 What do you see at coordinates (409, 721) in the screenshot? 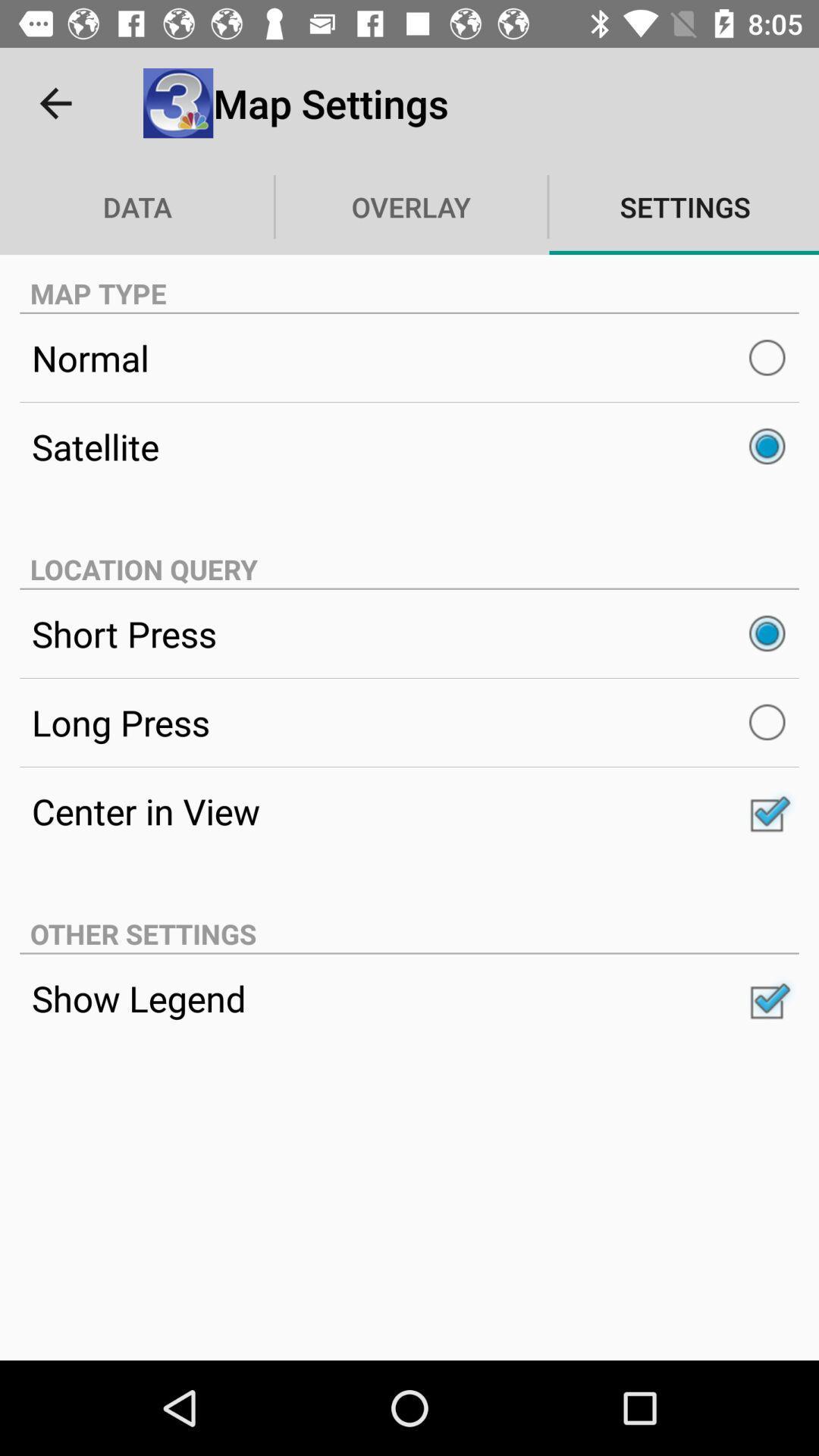
I see `item below short press item` at bounding box center [409, 721].